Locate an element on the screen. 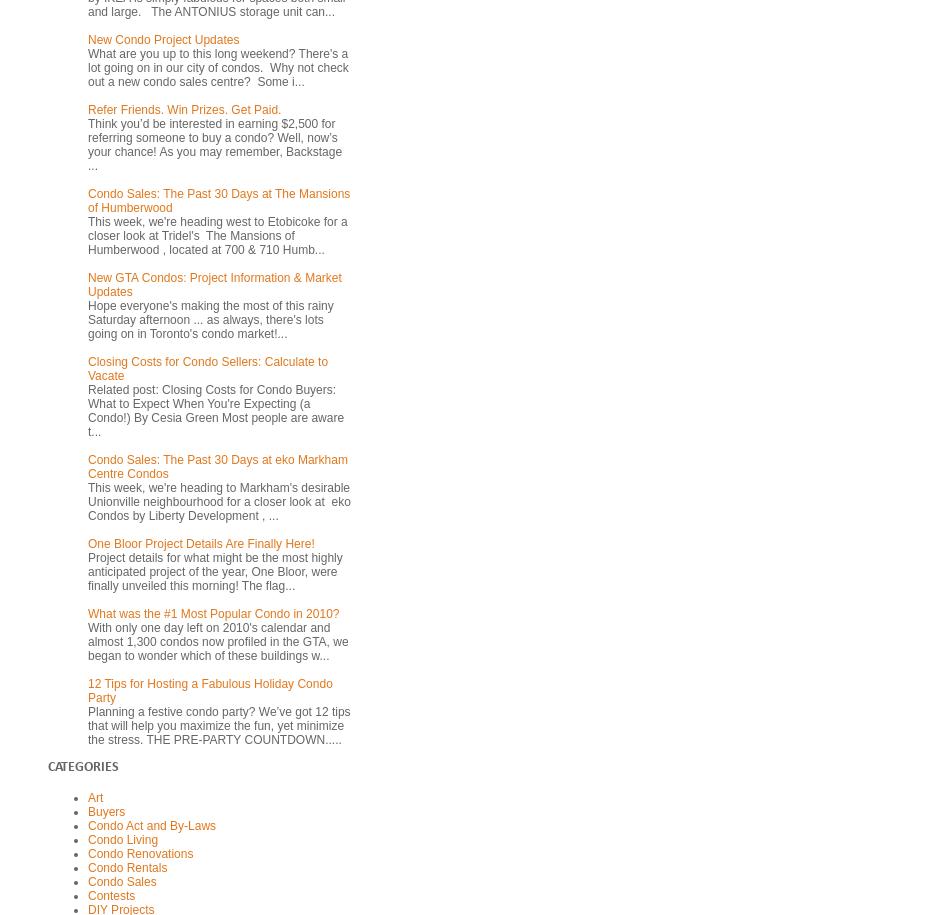 The image size is (938, 915). 'Condo Renovations' is located at coordinates (140, 852).